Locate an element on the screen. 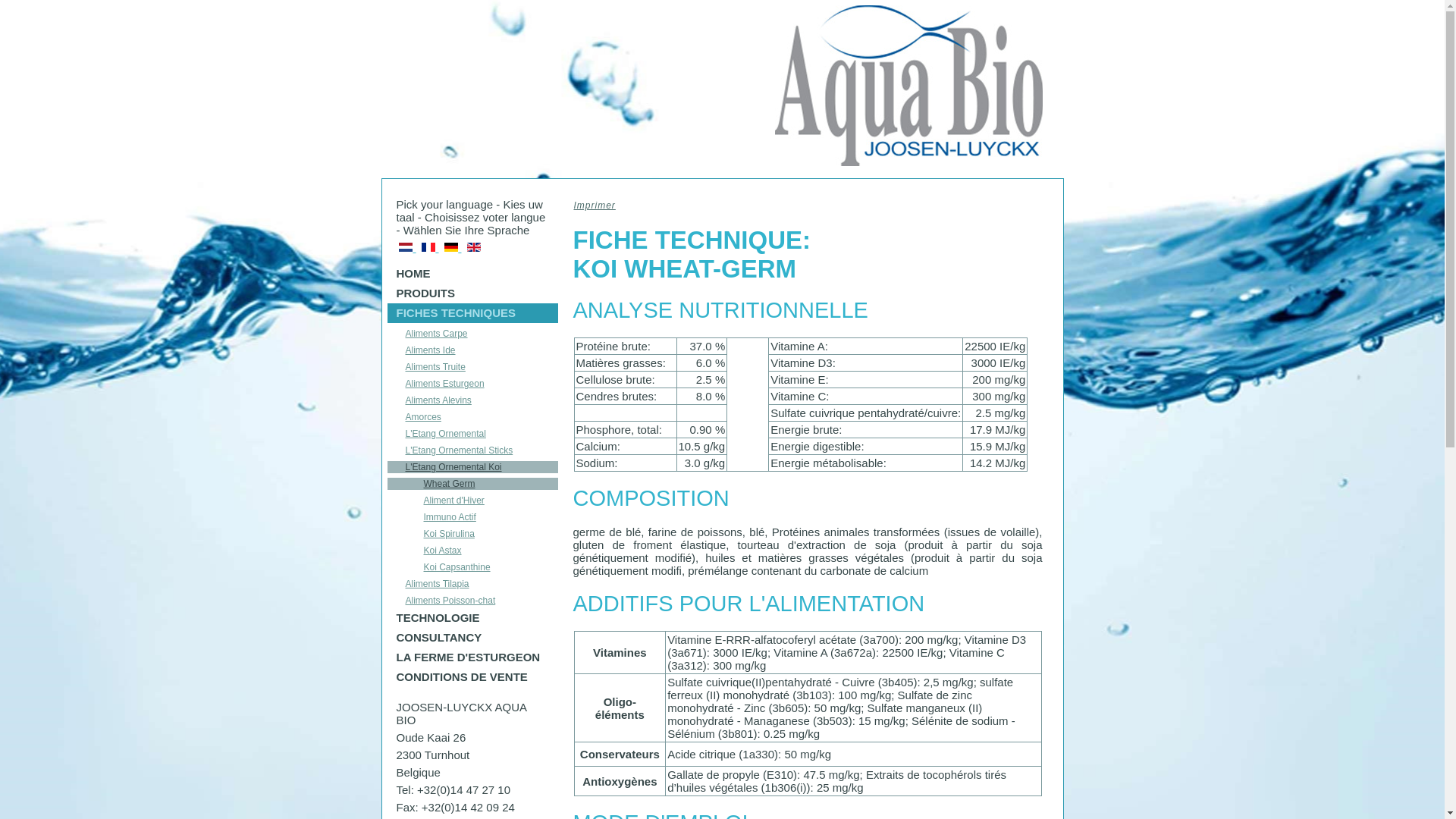 This screenshot has width=1456, height=819. 'LA FERME D'ESTURGEON' is located at coordinates (471, 657).